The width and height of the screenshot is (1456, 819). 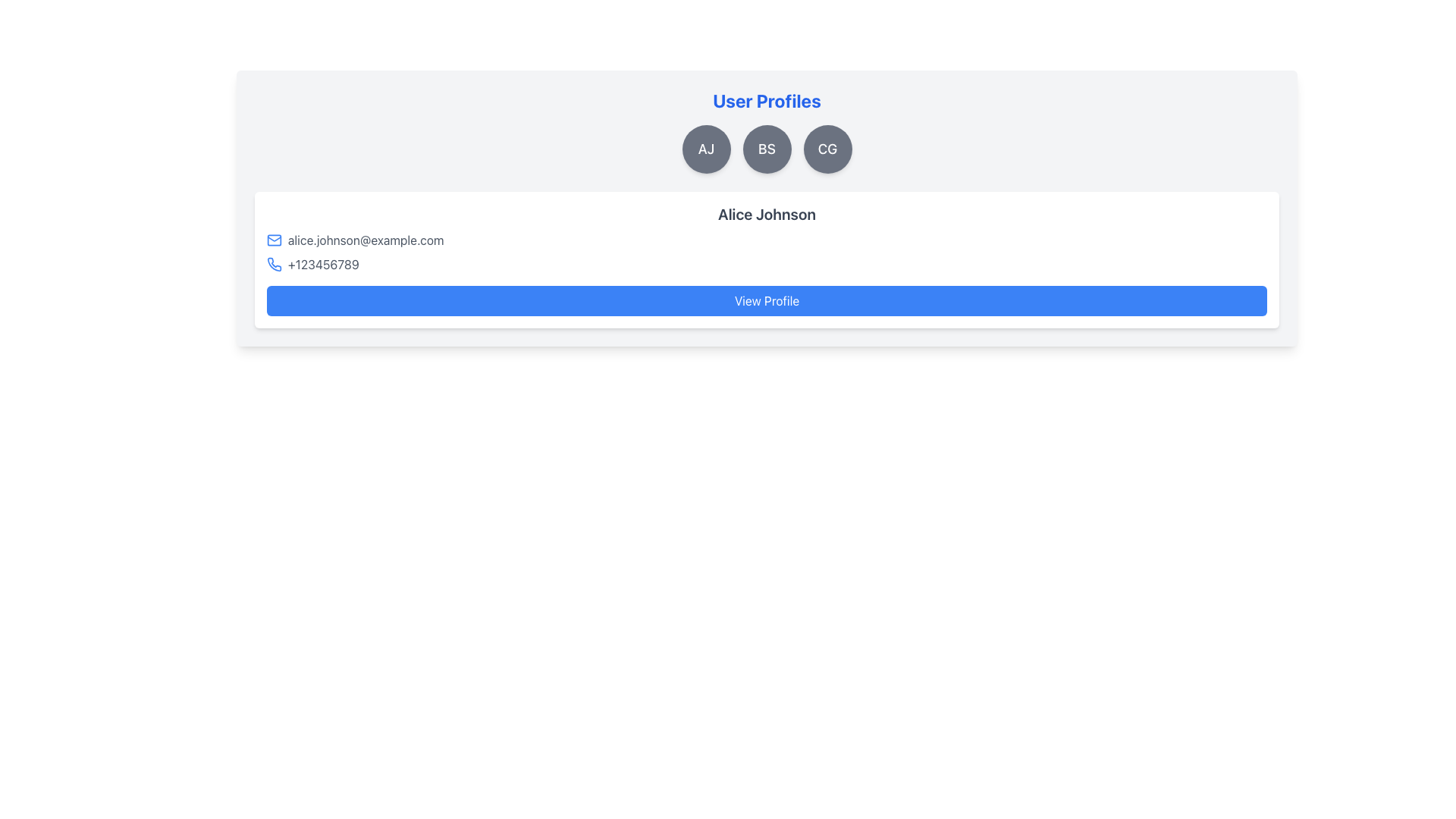 What do you see at coordinates (322, 263) in the screenshot?
I see `the phone number display element` at bounding box center [322, 263].